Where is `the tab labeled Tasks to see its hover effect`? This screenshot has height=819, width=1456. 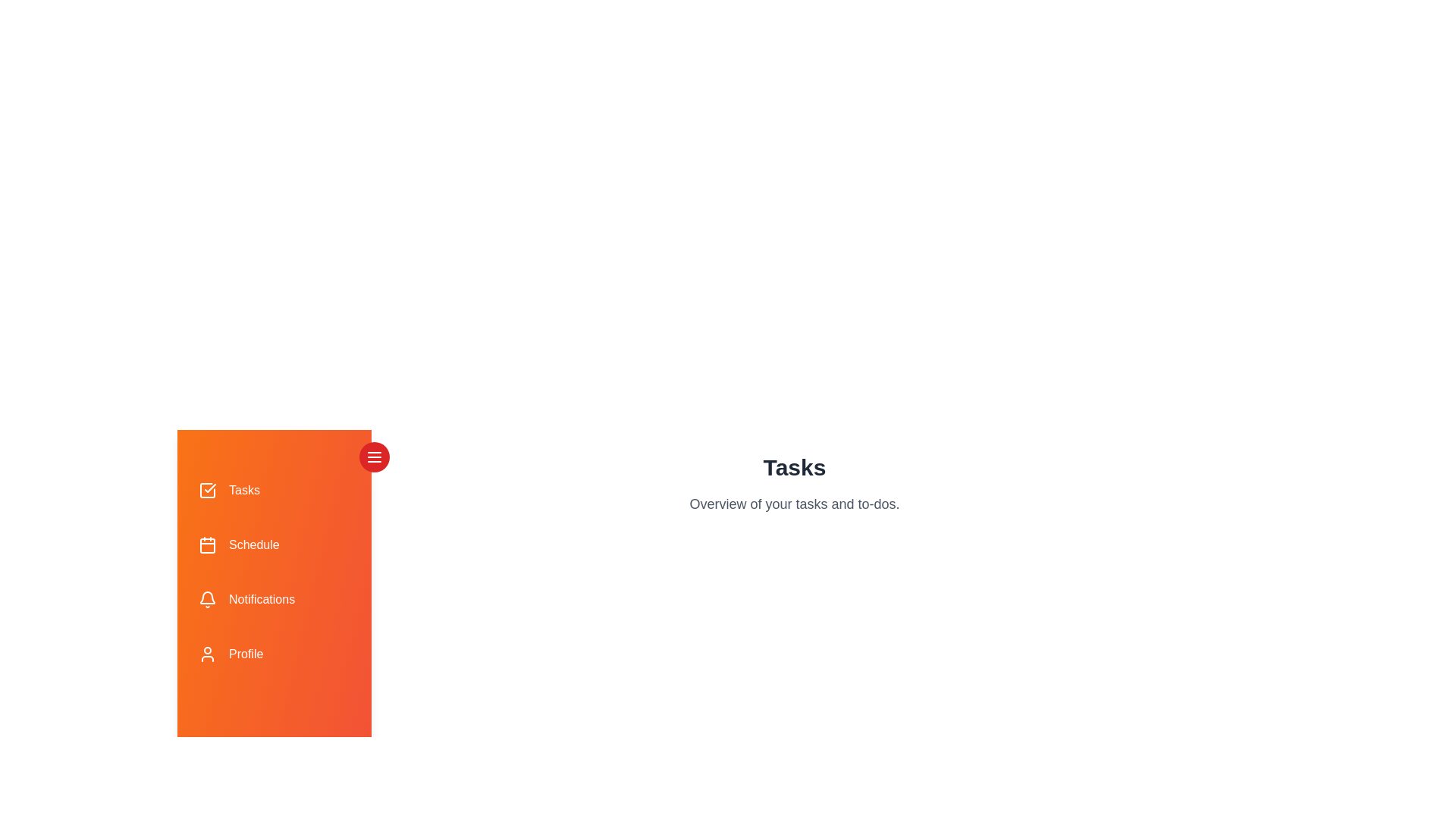
the tab labeled Tasks to see its hover effect is located at coordinates (274, 491).